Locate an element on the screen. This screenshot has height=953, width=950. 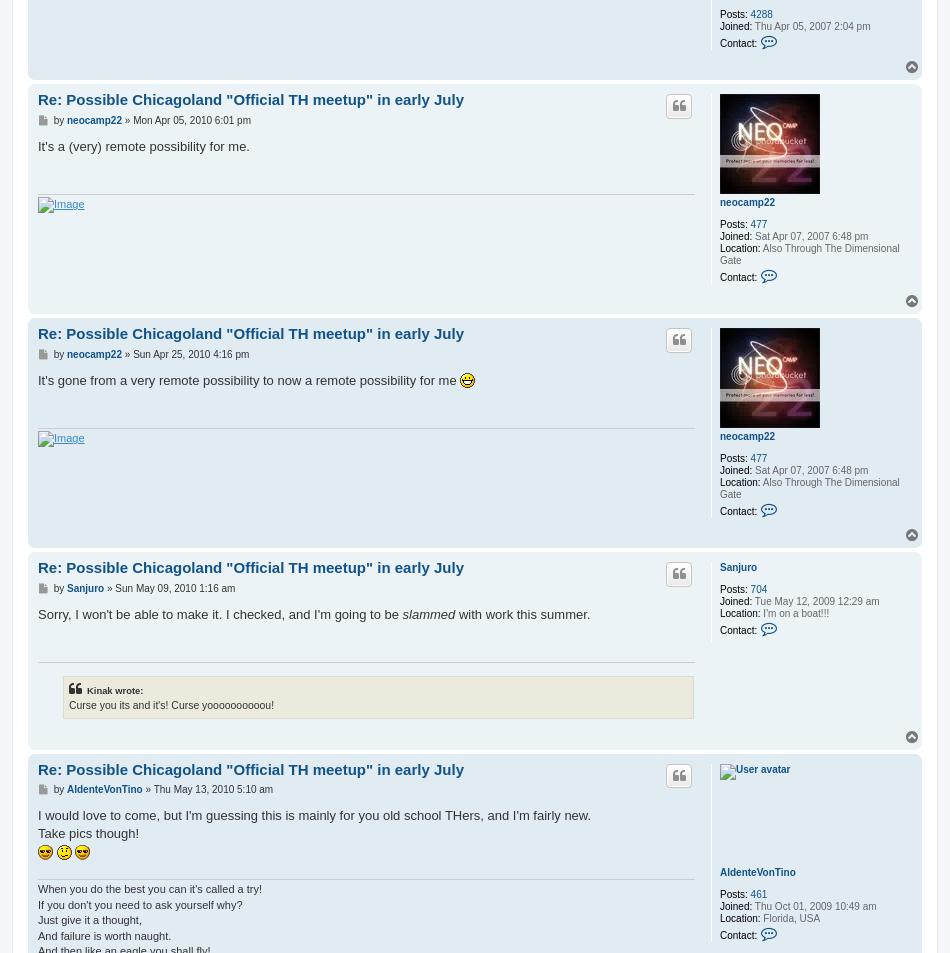
'Sun May 09, 2010 1:16 am' is located at coordinates (174, 587).